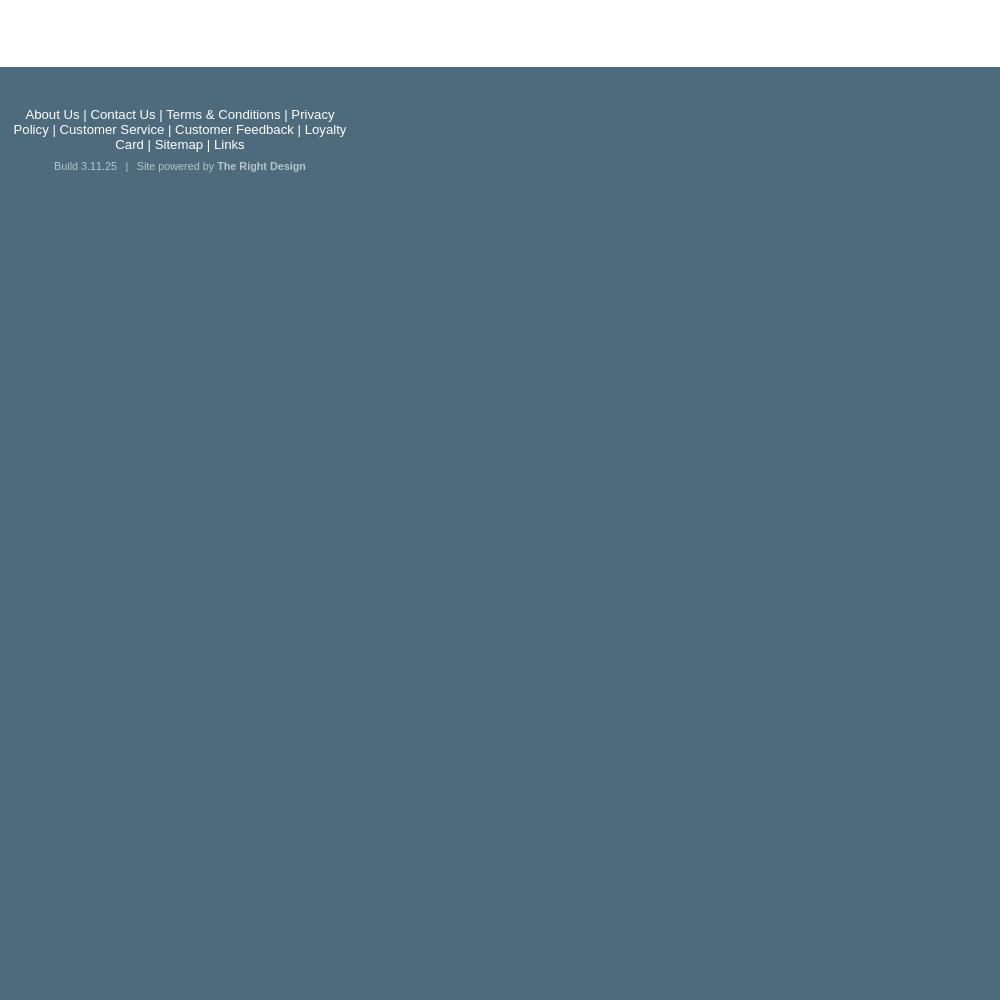 The image size is (1000, 1000). What do you see at coordinates (110, 129) in the screenshot?
I see `'Customer Service'` at bounding box center [110, 129].